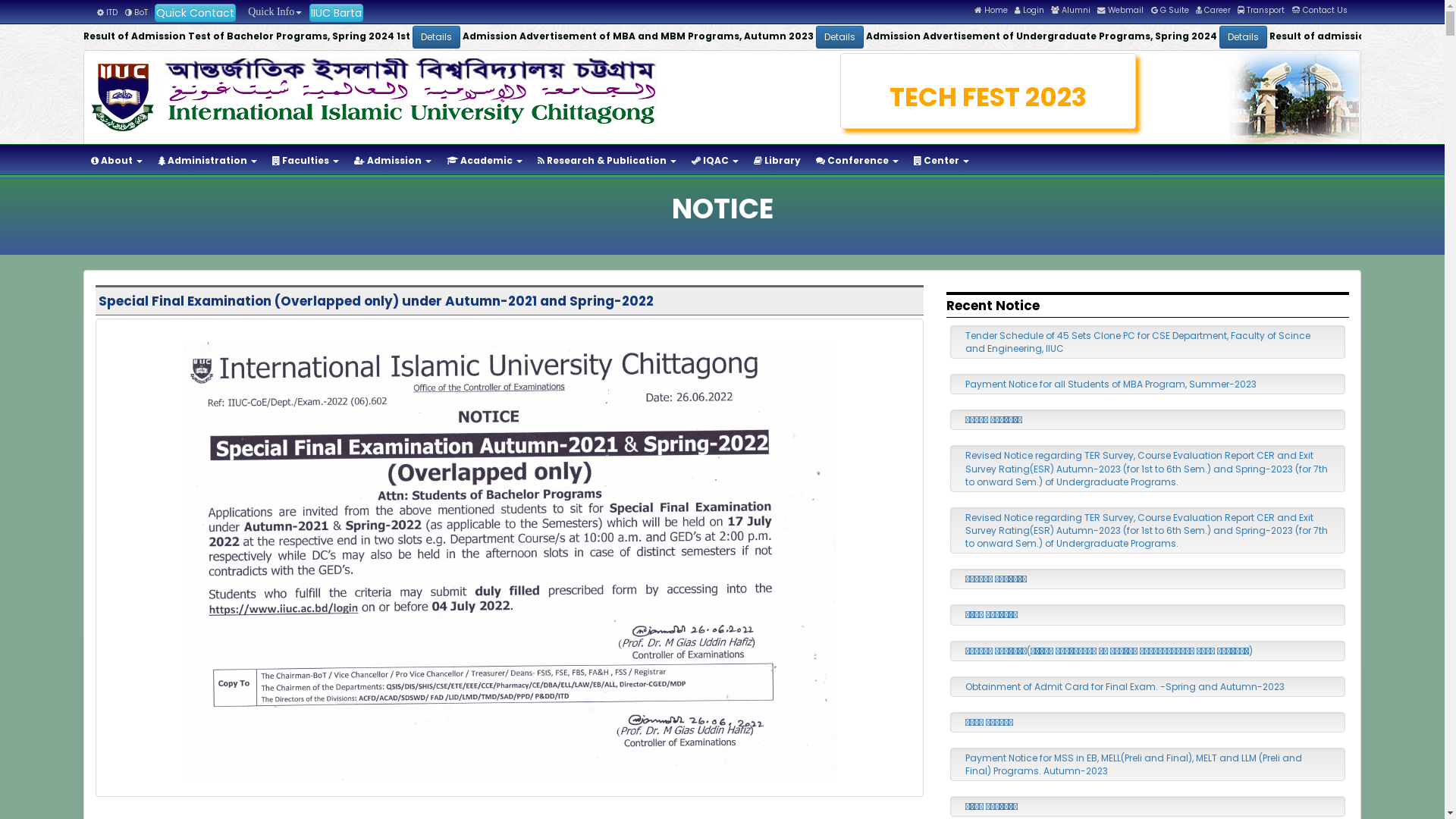 This screenshot has width=1456, height=819. Describe the element at coordinates (106, 12) in the screenshot. I see `'ITD'` at that location.